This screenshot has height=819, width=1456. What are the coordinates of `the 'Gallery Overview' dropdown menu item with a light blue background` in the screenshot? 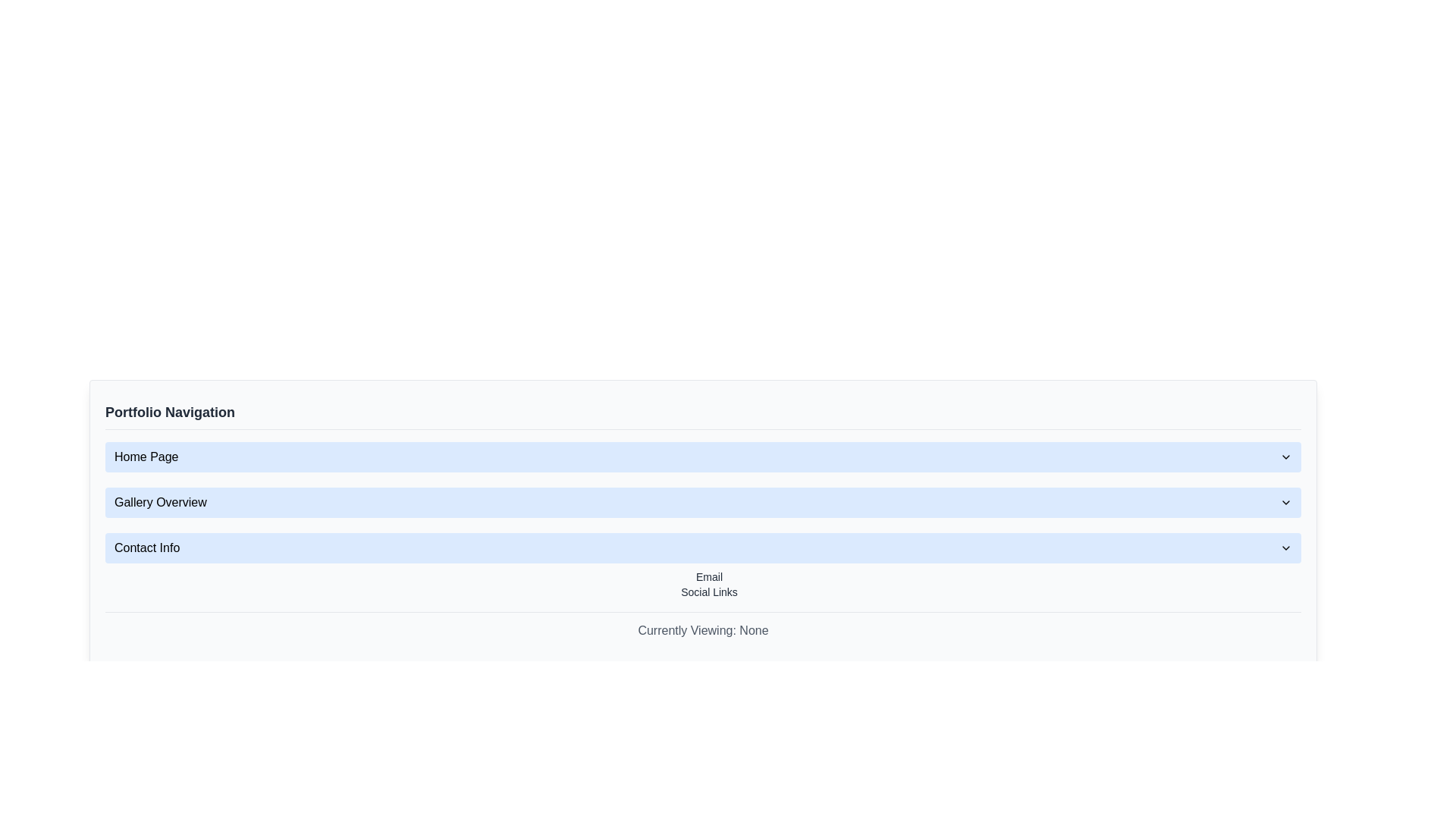 It's located at (702, 503).